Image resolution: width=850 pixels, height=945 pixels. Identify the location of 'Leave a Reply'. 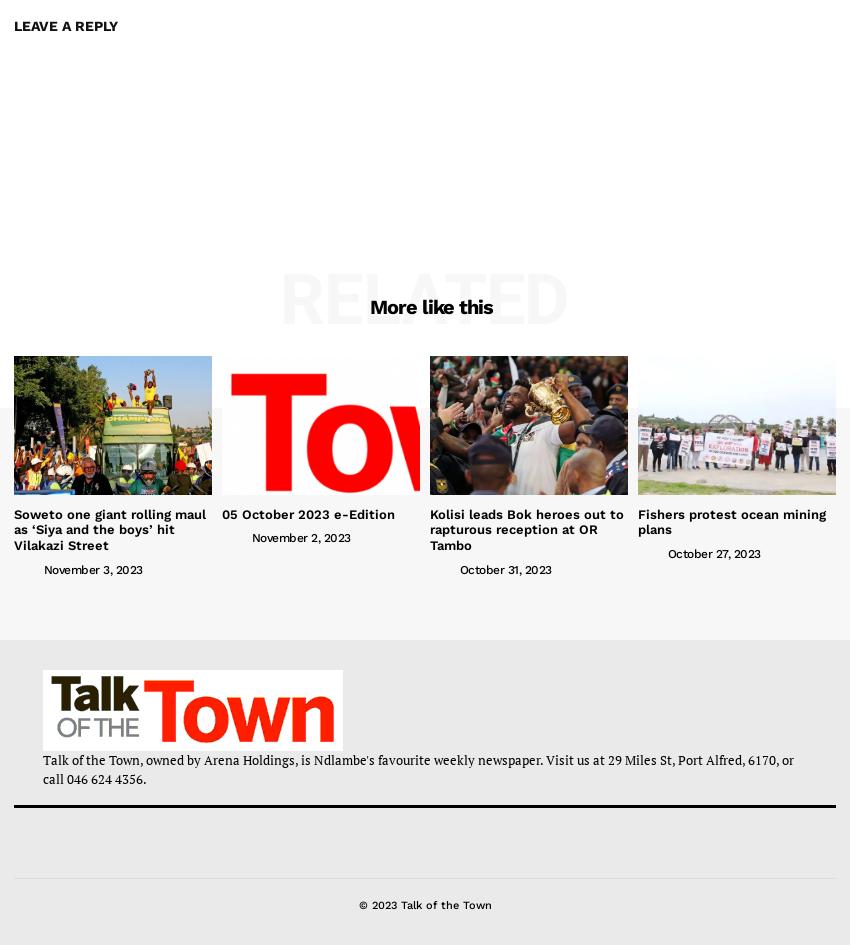
(65, 25).